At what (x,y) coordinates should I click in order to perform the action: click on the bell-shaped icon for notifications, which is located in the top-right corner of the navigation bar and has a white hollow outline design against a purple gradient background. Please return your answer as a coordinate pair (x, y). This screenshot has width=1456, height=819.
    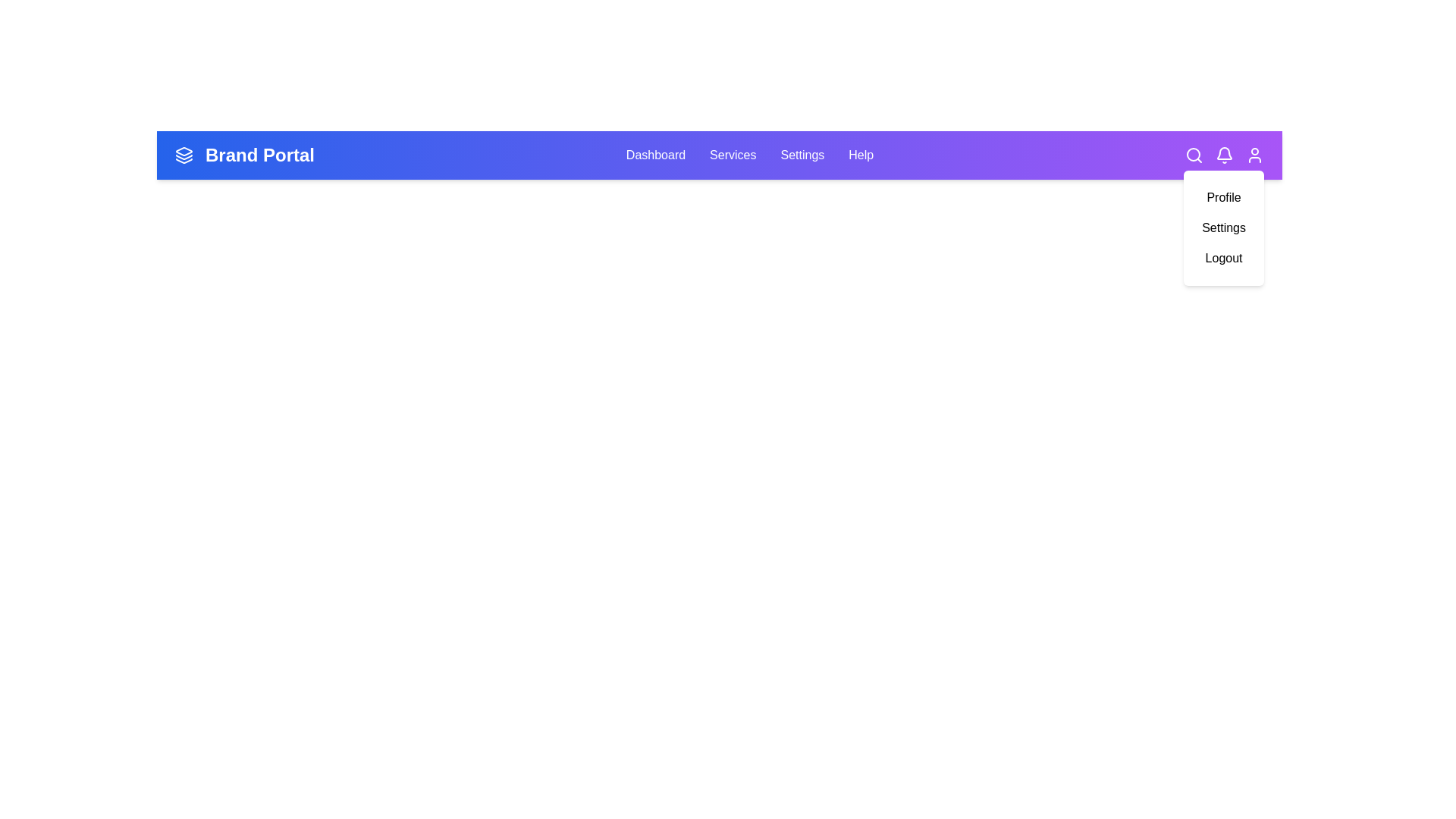
    Looking at the image, I should click on (1224, 153).